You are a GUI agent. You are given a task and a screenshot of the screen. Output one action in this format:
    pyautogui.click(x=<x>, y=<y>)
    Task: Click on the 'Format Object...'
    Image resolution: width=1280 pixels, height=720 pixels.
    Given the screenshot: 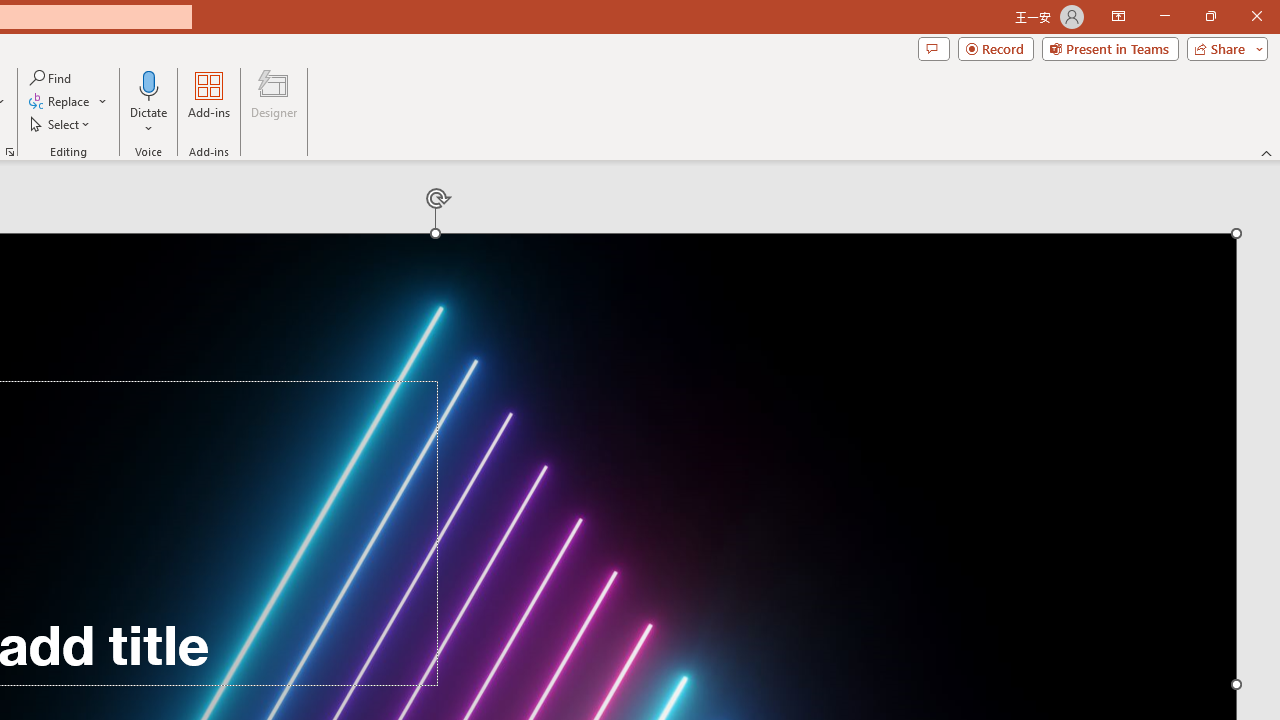 What is the action you would take?
    pyautogui.click(x=10, y=150)
    